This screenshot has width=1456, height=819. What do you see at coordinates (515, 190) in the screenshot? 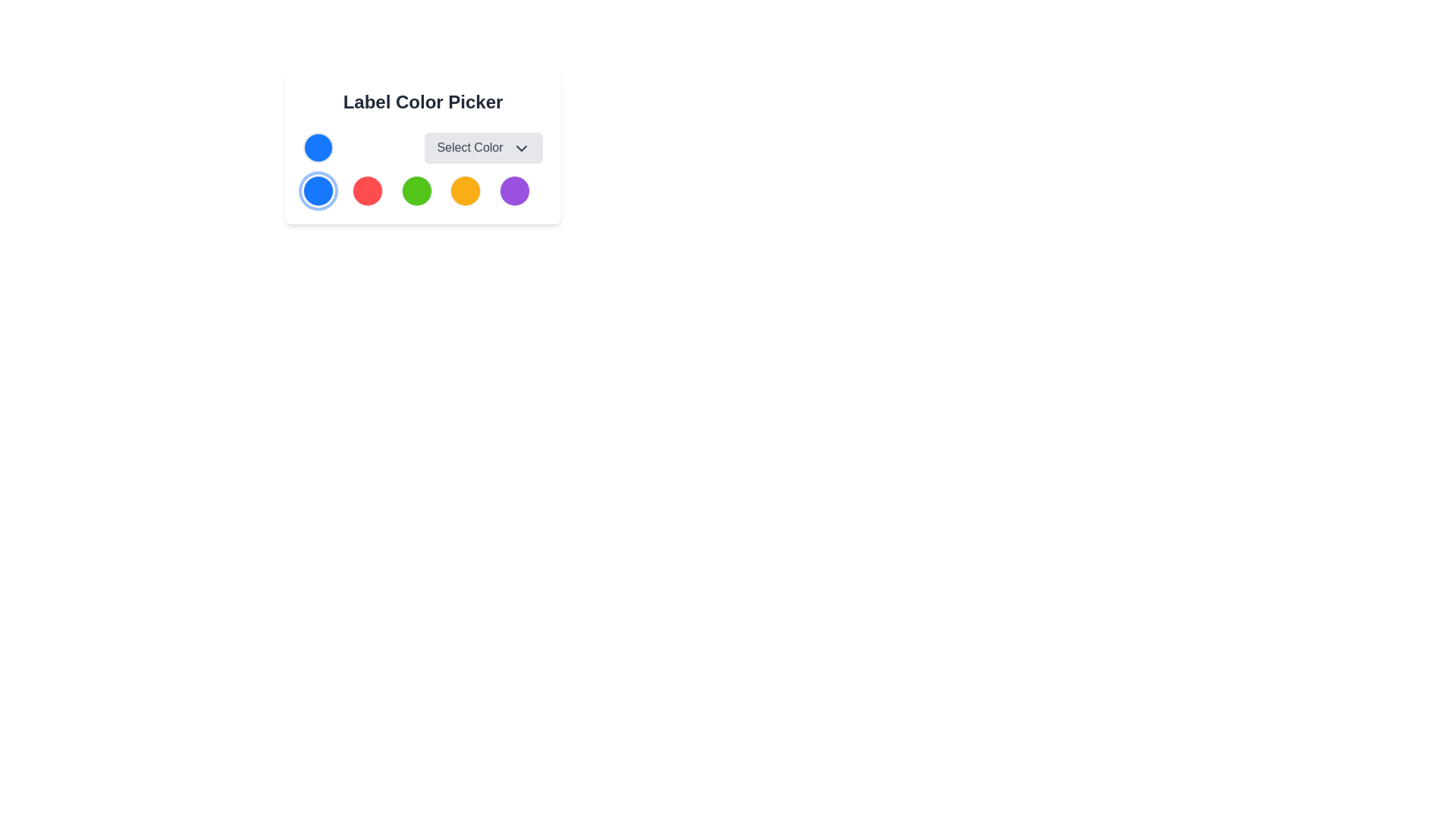
I see `the color selection button representing the purple color located in the bottom row of the color picker grid, the fifth position from the left` at bounding box center [515, 190].